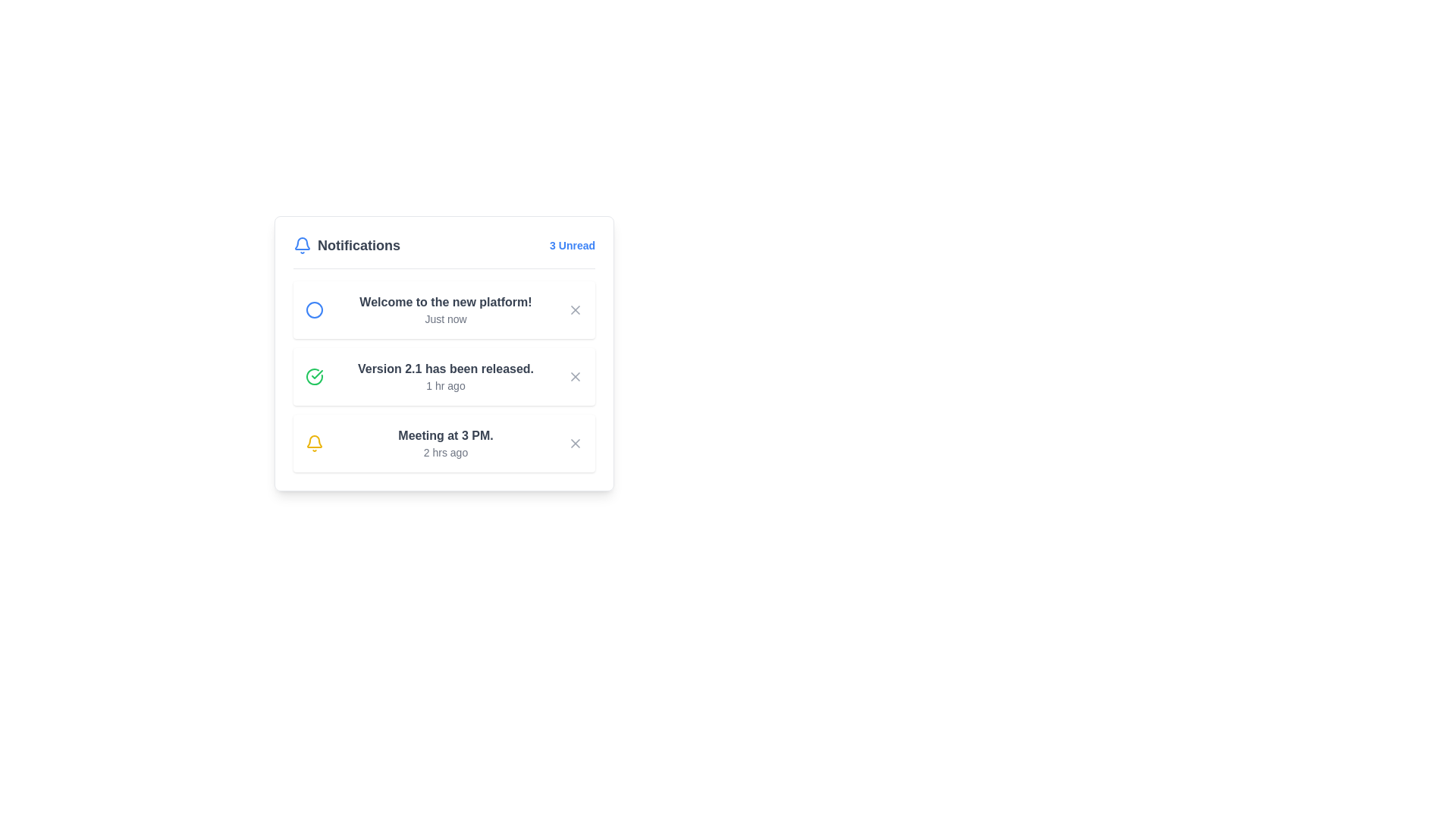  I want to click on the text label displaying '2 hrs ago', which is located beneath the 'Meeting at 3 PM.' text within a notification card, so click(445, 452).